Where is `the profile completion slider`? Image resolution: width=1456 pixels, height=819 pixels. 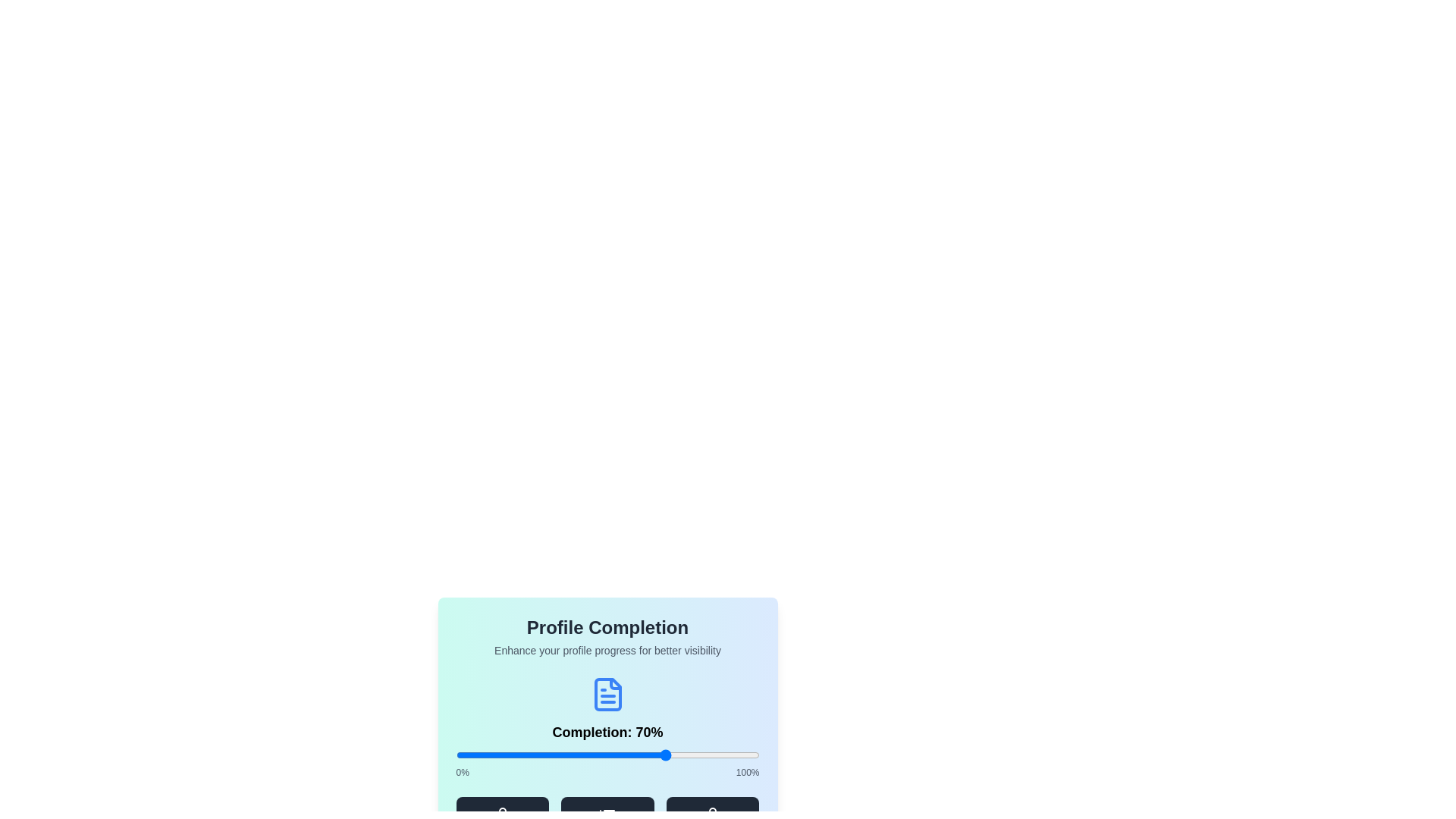 the profile completion slider is located at coordinates (507, 755).